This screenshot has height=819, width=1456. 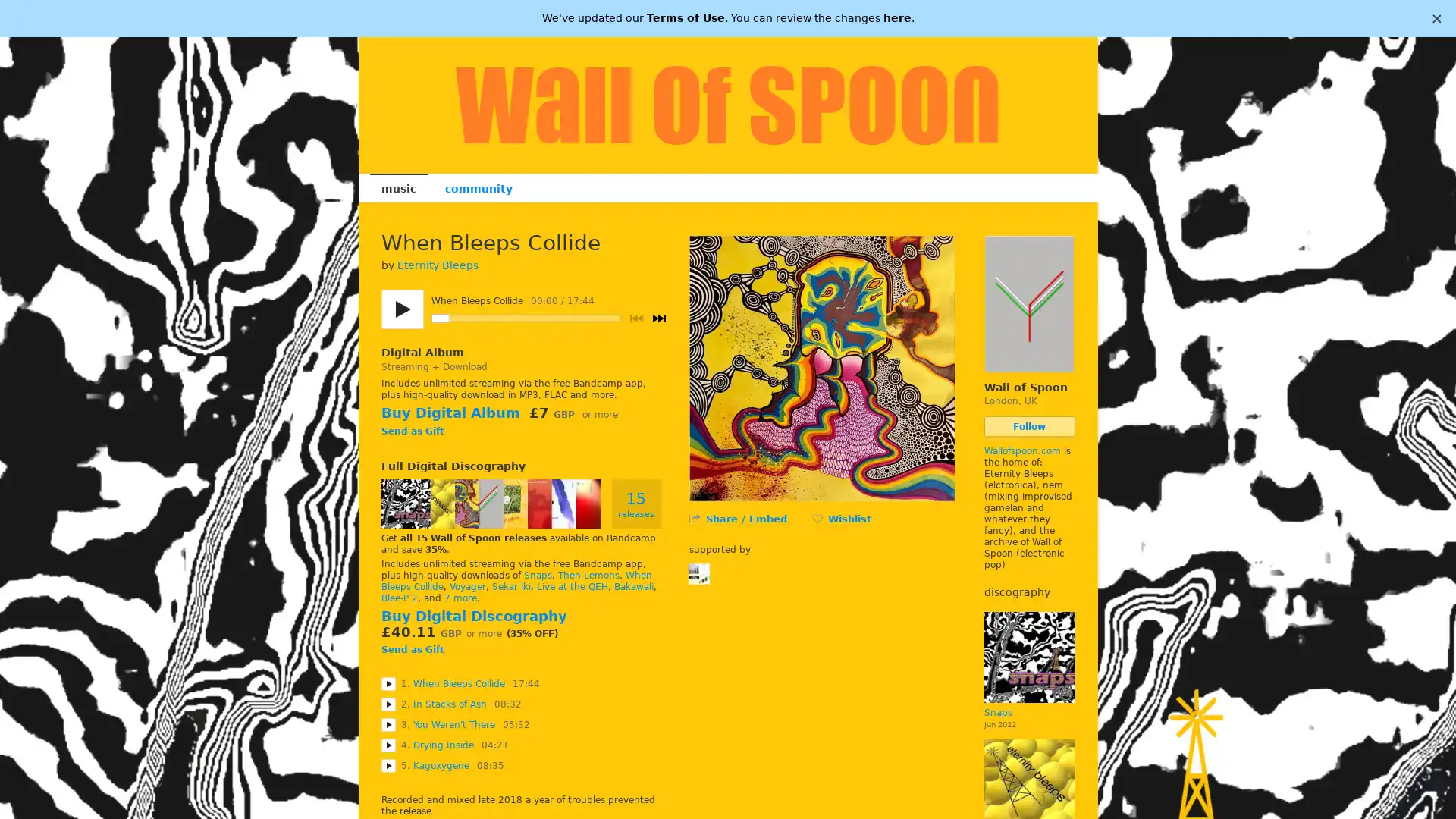 I want to click on Buy Digital Discography, so click(x=472, y=616).